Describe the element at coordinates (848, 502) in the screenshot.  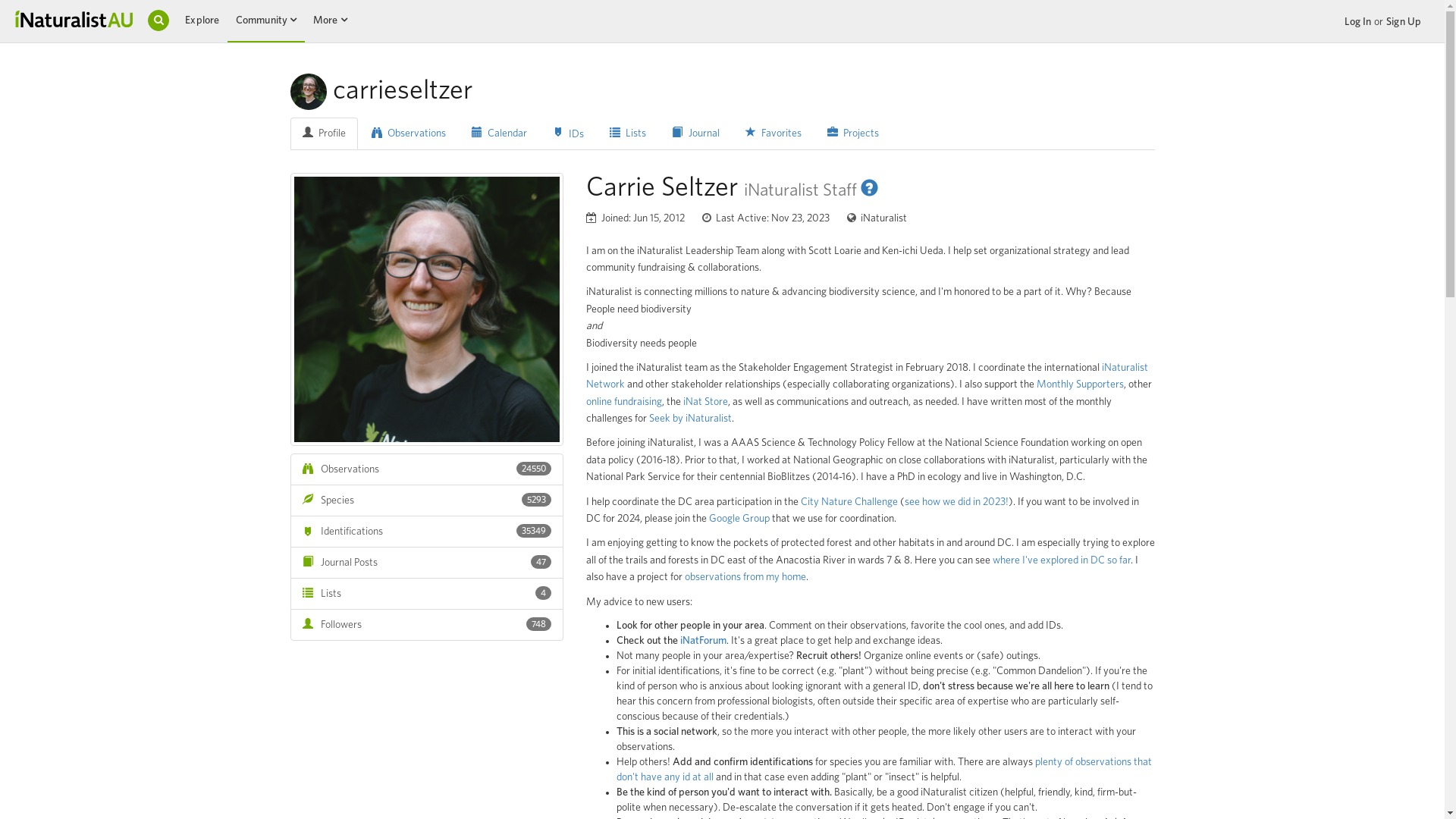
I see `'City Nature Challenge'` at that location.